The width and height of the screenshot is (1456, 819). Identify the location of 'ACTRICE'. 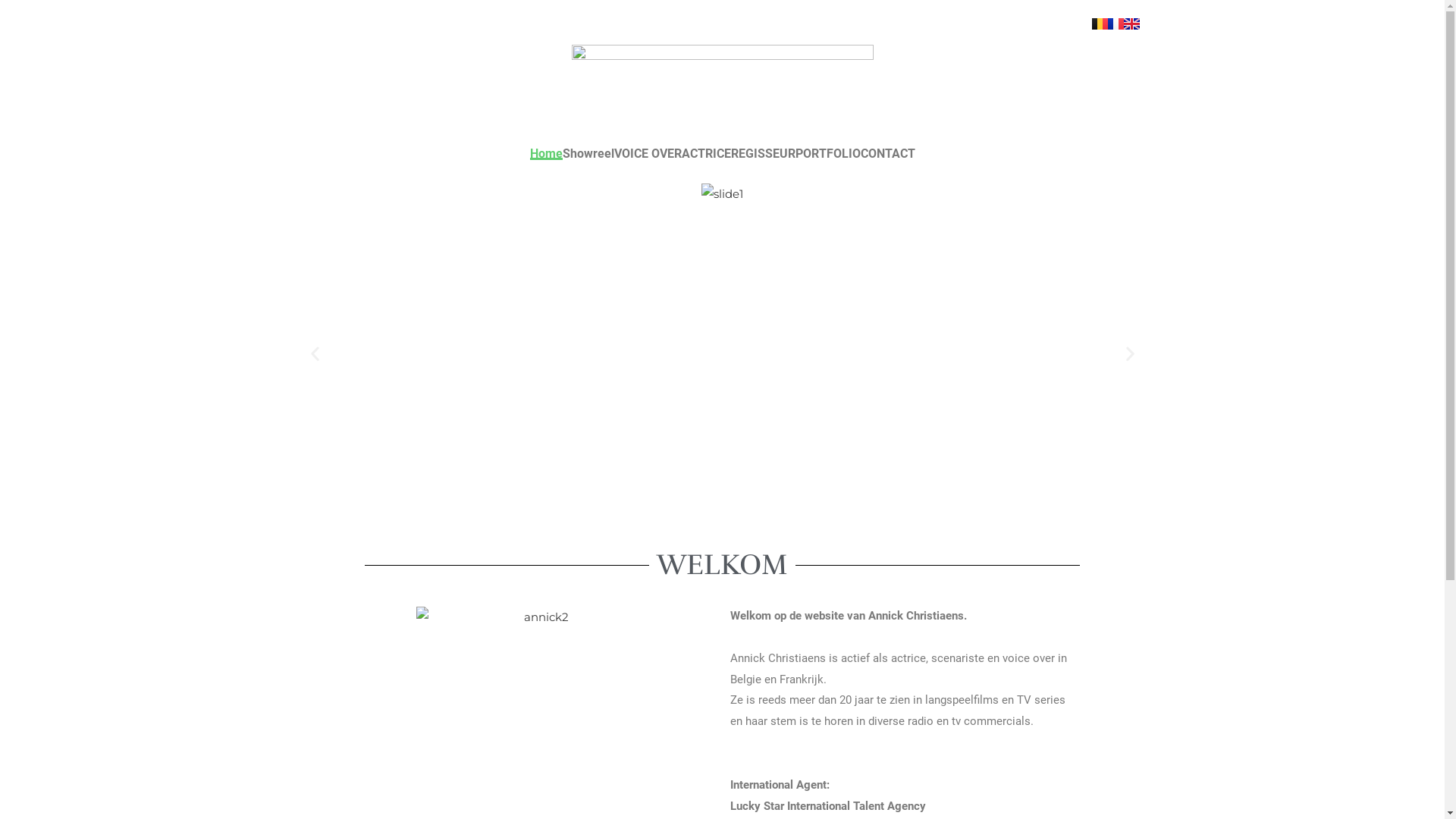
(704, 154).